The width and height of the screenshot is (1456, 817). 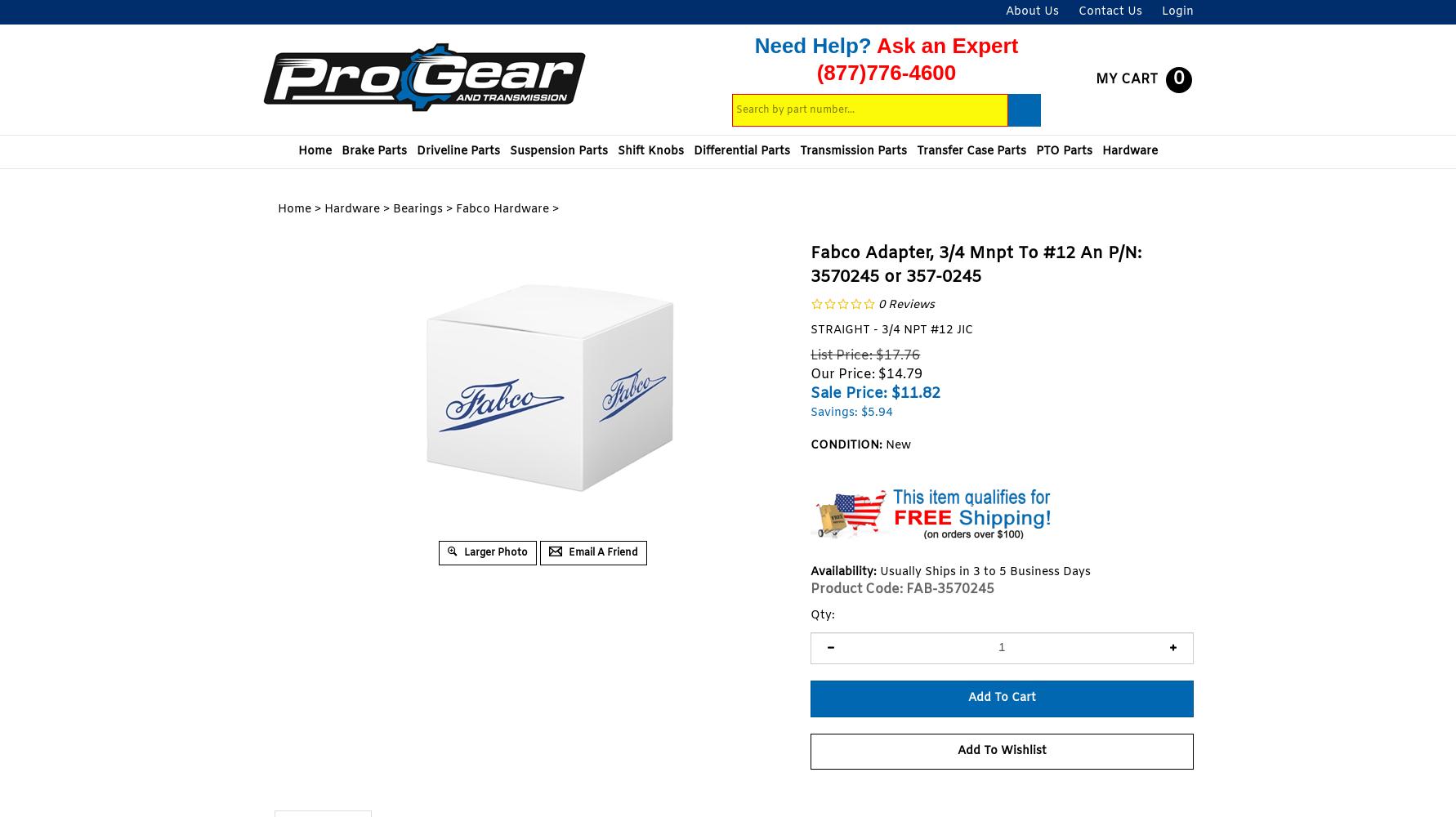 What do you see at coordinates (911, 304) in the screenshot?
I see `'Reviews'` at bounding box center [911, 304].